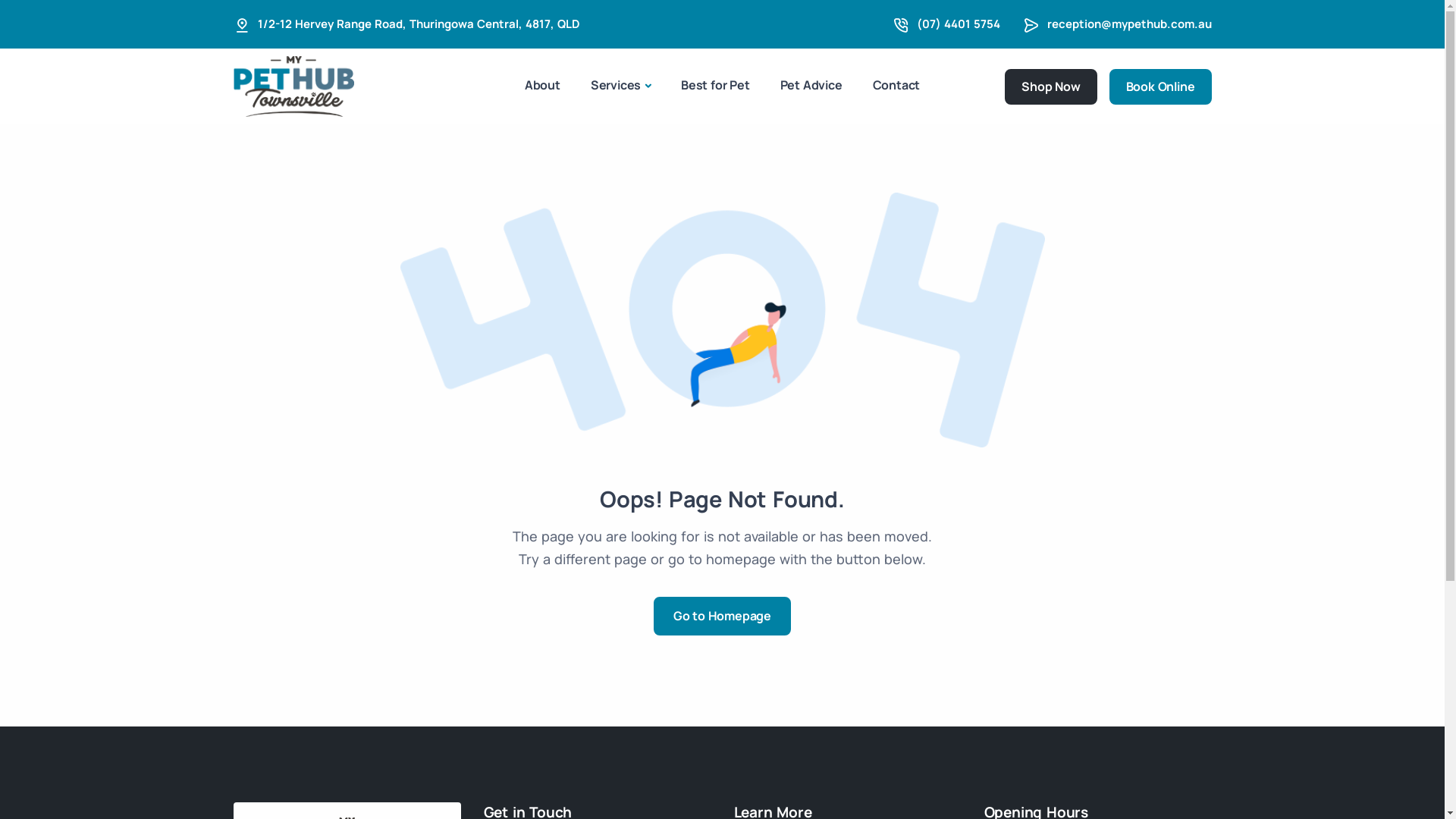  Describe the element at coordinates (956, 24) in the screenshot. I see `'(07) 4401 5754'` at that location.